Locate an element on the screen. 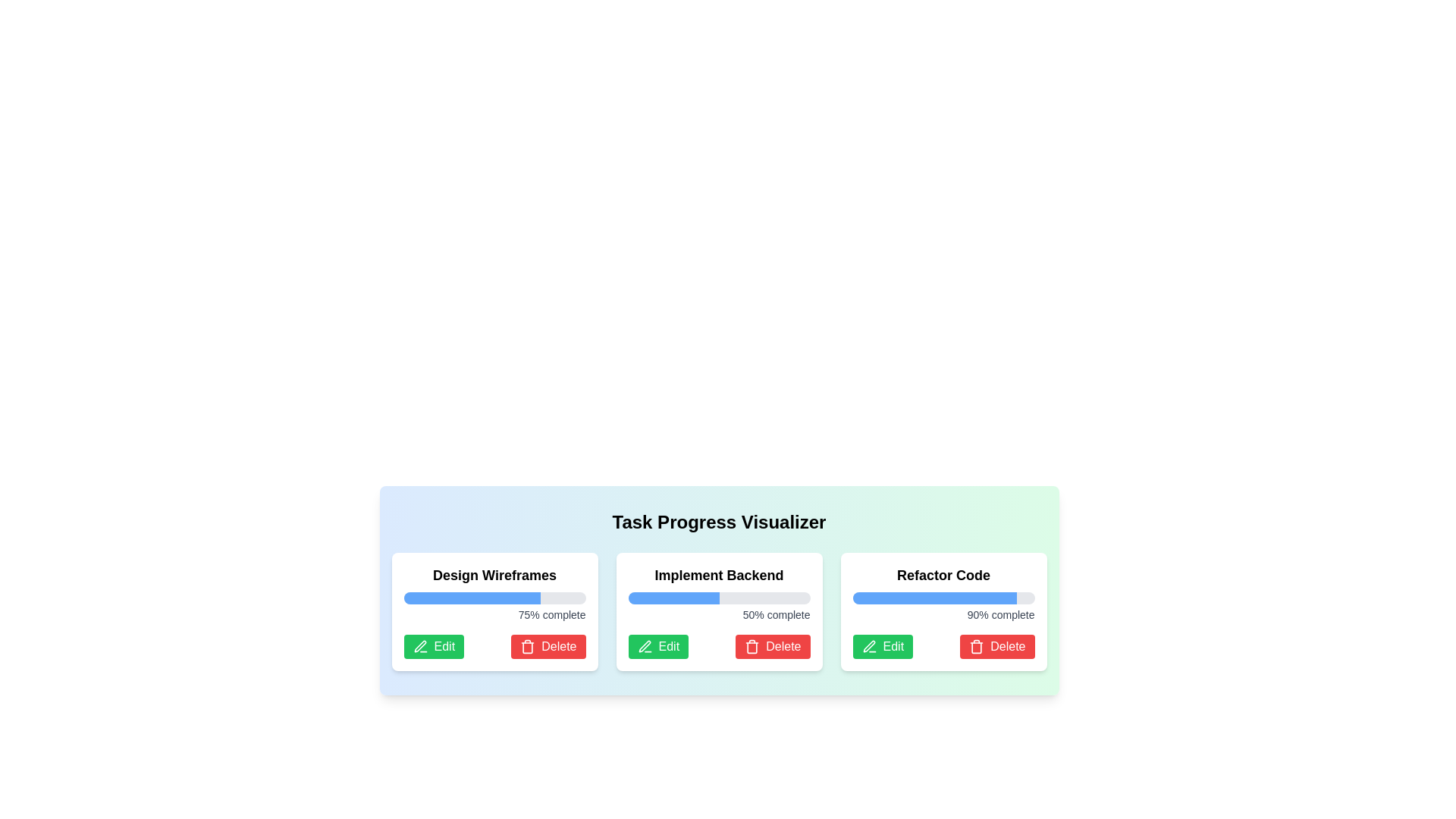 This screenshot has width=1456, height=819. the Progress Bar indicating 90% completion, located within the 'Refactor Code' card, positioned below the title and above the '90% complete' text is located at coordinates (943, 598).